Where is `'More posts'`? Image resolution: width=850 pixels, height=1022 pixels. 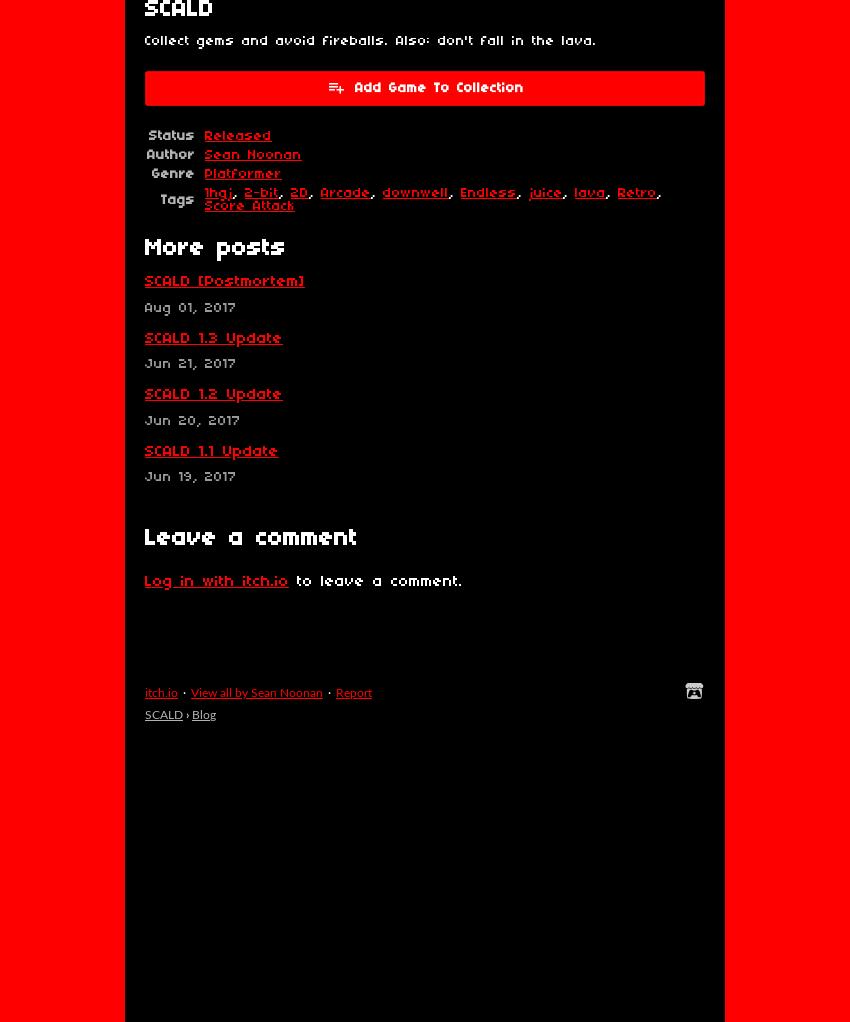 'More posts' is located at coordinates (215, 247).